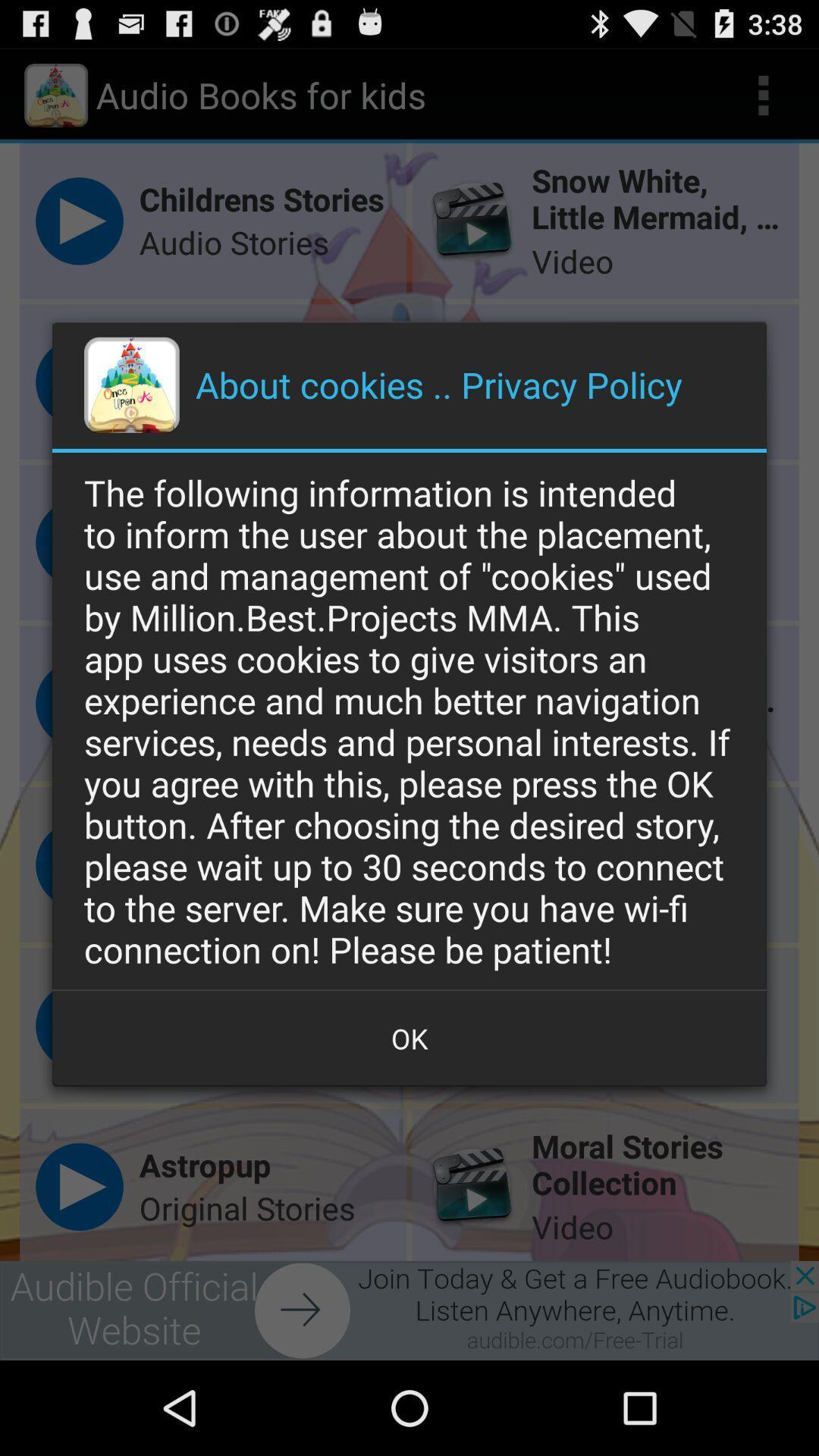 This screenshot has height=1456, width=819. I want to click on the icon above the ok icon, so click(409, 720).